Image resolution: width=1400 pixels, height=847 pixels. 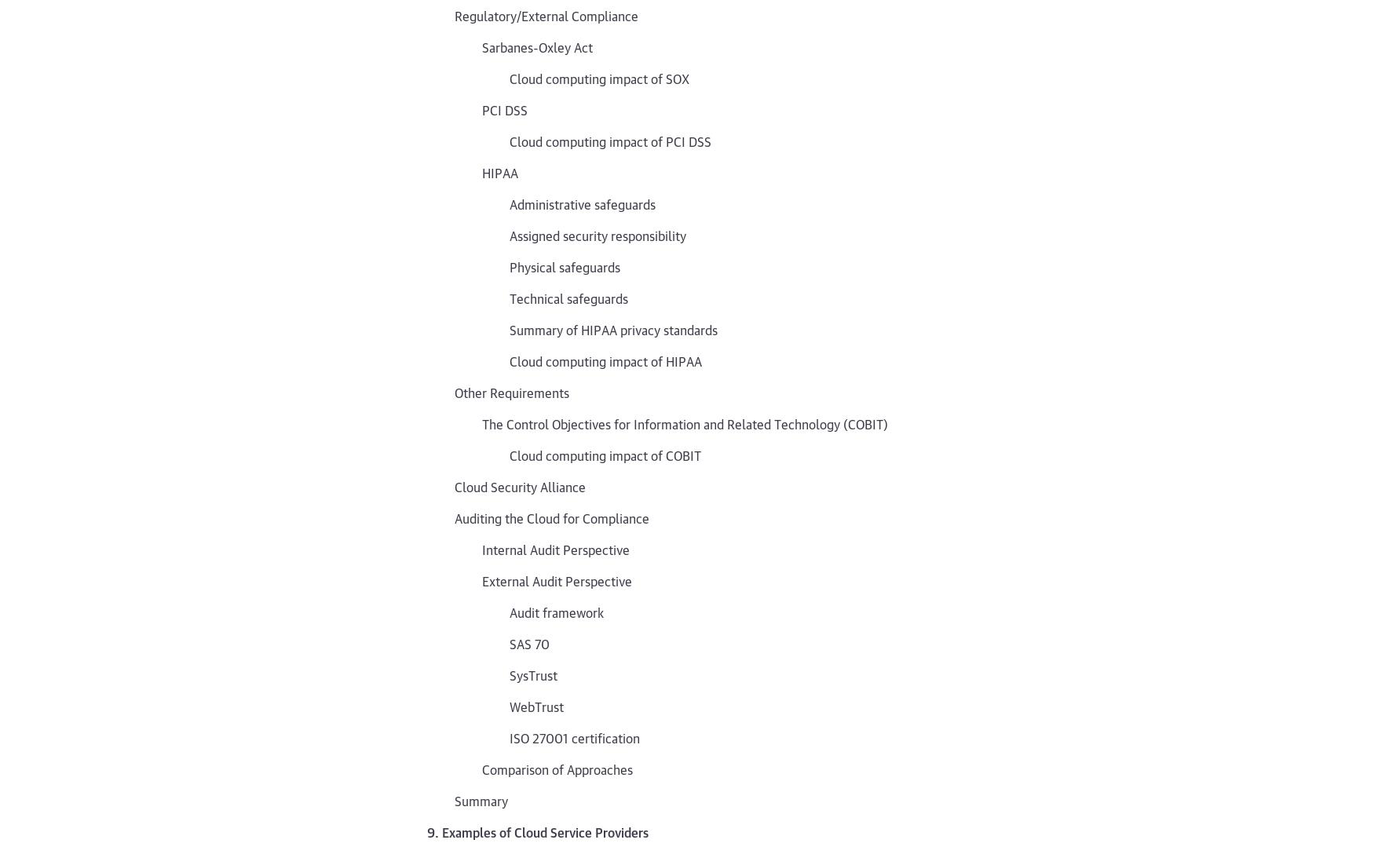 What do you see at coordinates (504, 108) in the screenshot?
I see `'PCI DSS'` at bounding box center [504, 108].